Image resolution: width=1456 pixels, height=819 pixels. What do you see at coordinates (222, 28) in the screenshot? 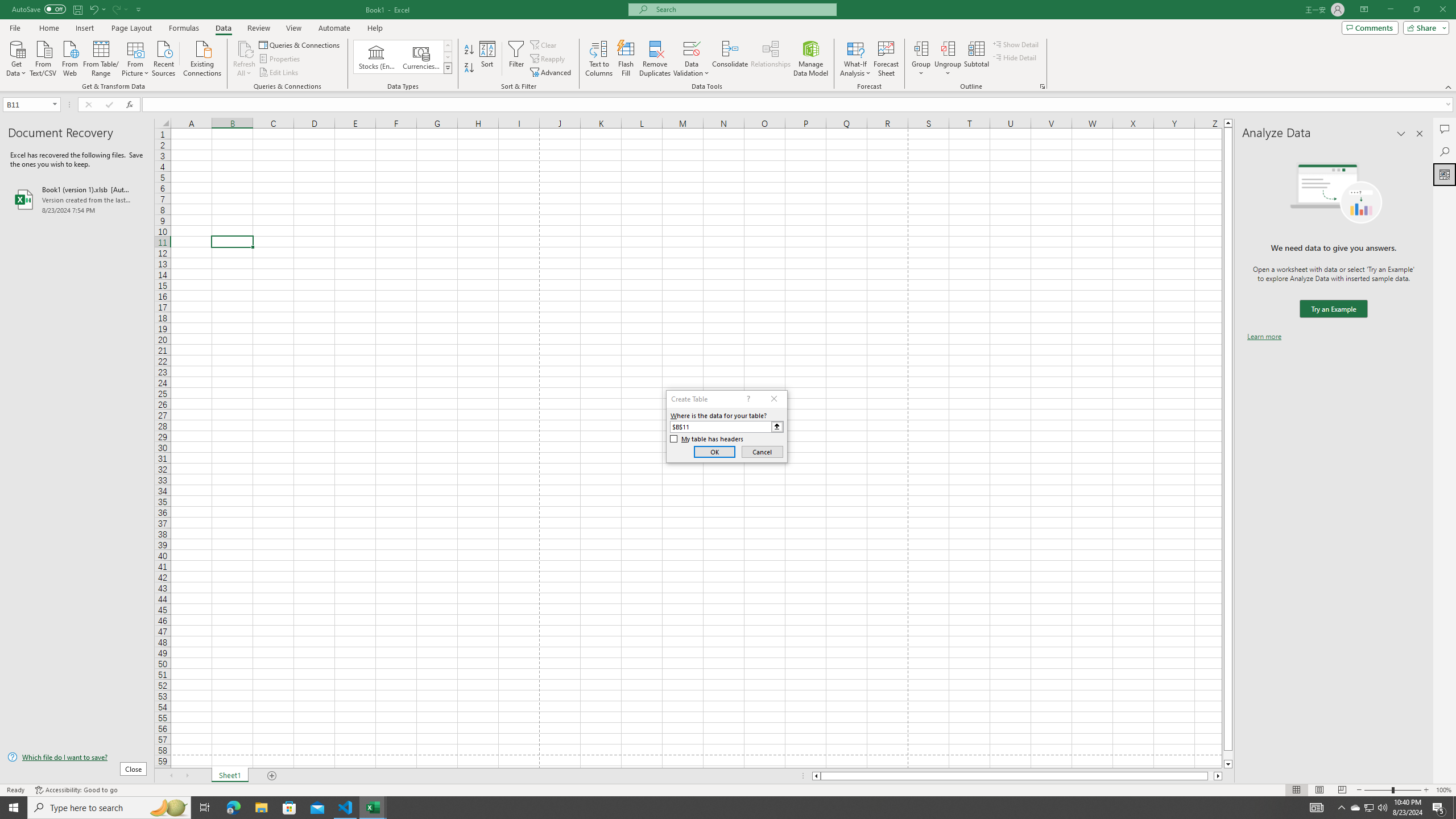
I see `'Data'` at bounding box center [222, 28].